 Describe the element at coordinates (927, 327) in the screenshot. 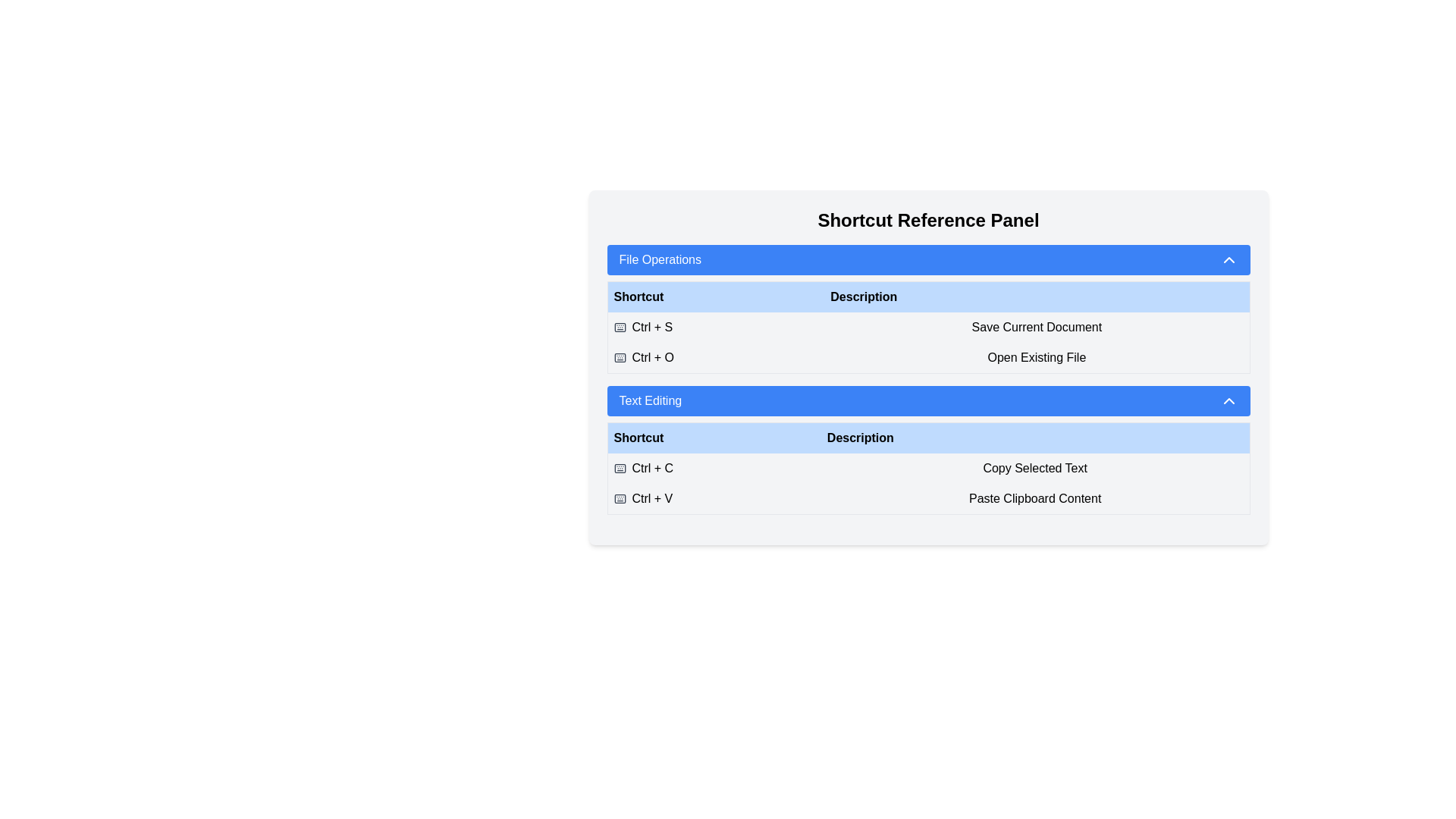

I see `the table row containing keyboard shortcut descriptions and key combinations in the 'File Operations' section, situated directly below the headers 'Shortcut' and 'Description'` at that location.